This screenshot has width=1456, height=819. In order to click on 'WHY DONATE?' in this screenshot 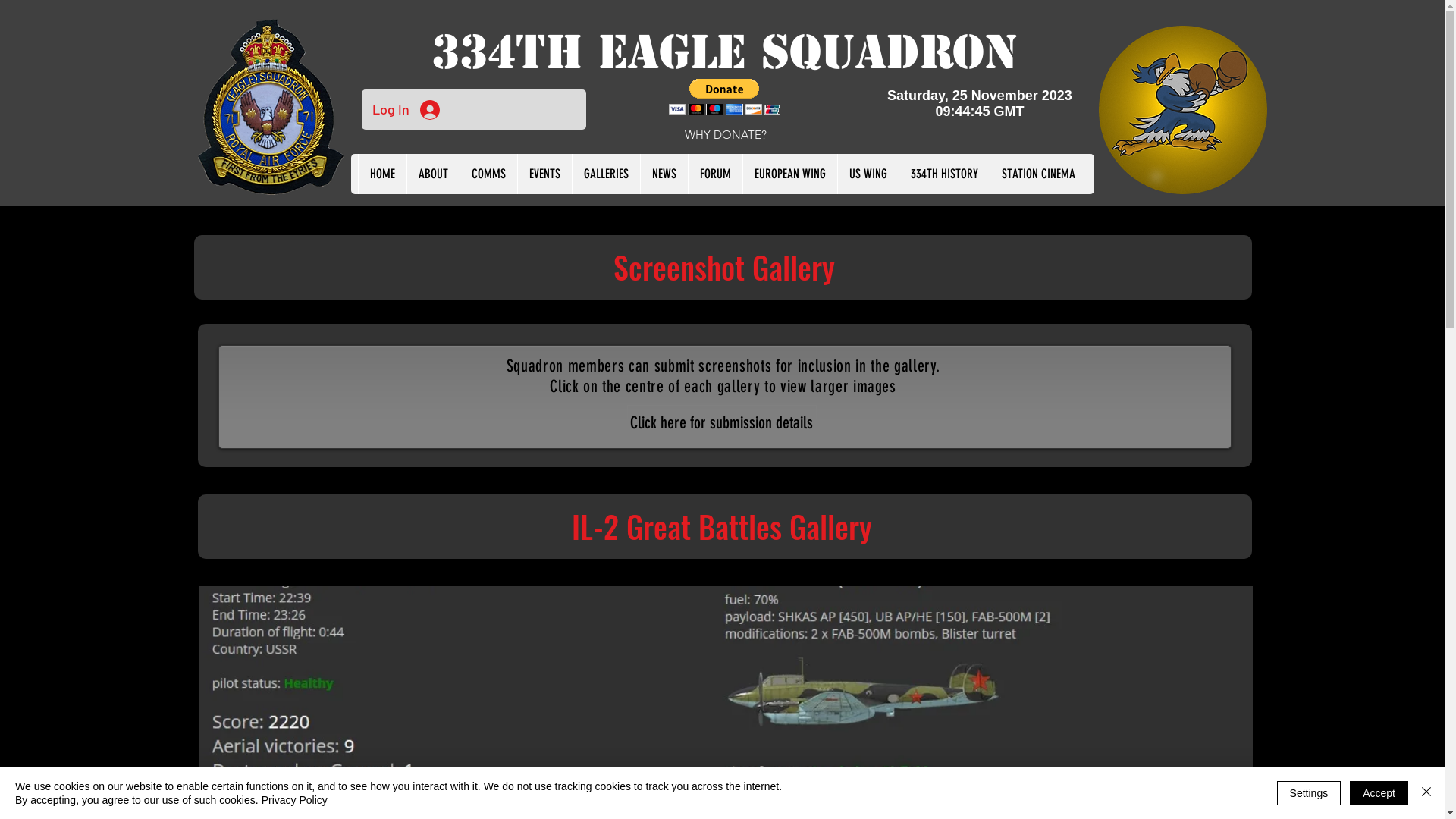, I will do `click(724, 133)`.